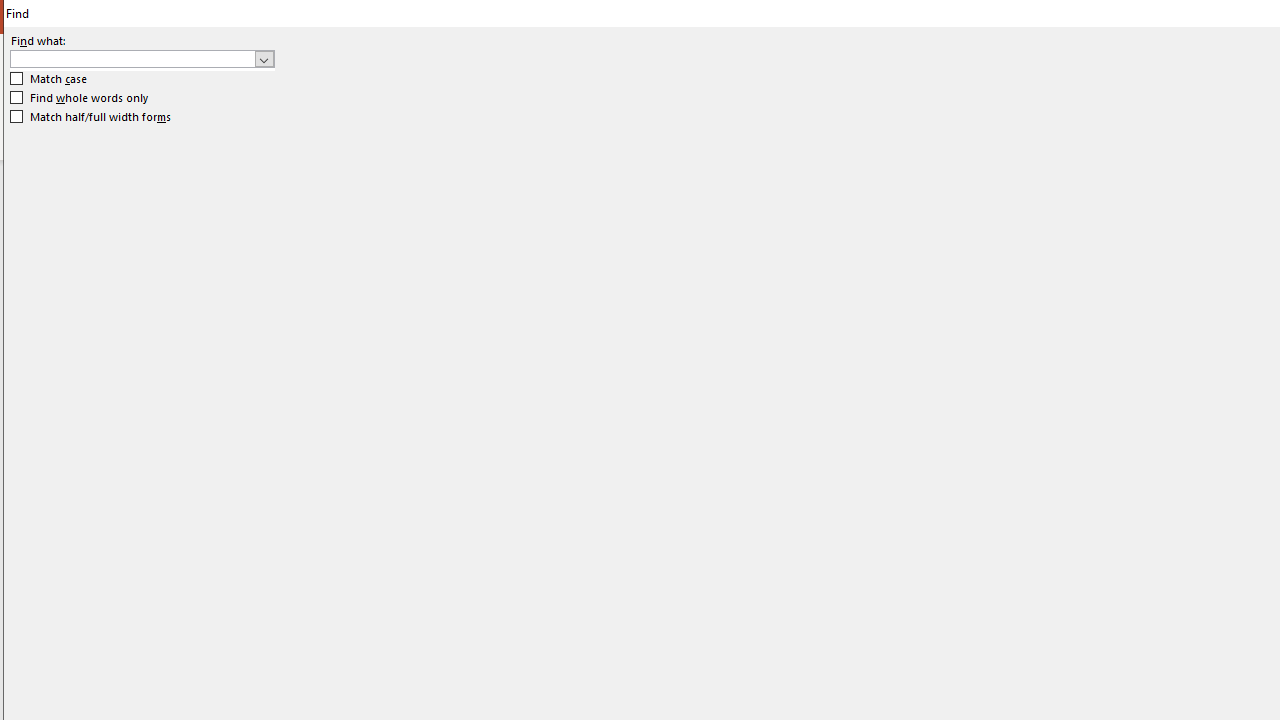  Describe the element at coordinates (132, 58) in the screenshot. I see `'Find what'` at that location.